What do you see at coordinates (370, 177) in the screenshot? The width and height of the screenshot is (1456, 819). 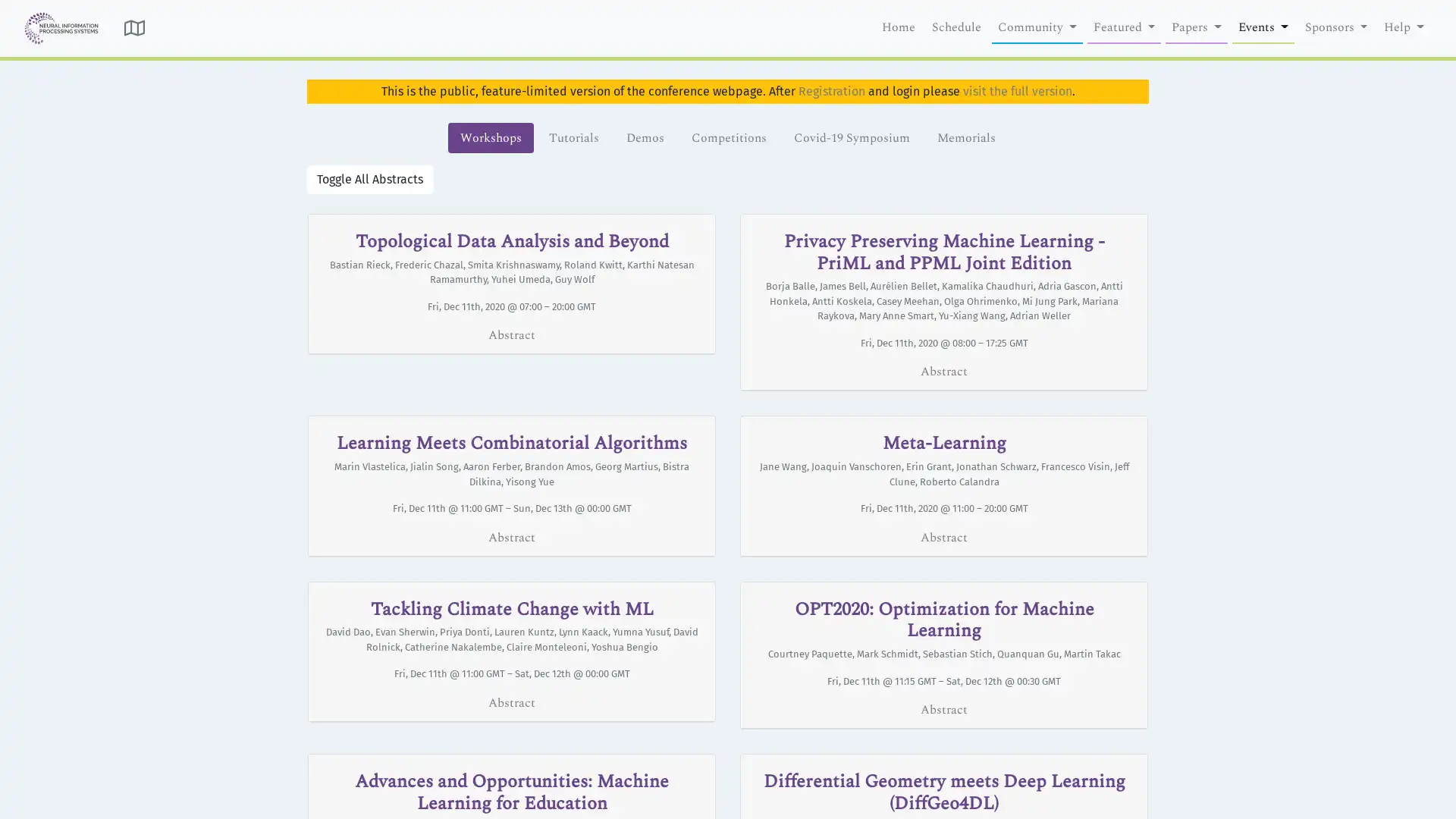 I see `Toggle All Abstracts` at bounding box center [370, 177].